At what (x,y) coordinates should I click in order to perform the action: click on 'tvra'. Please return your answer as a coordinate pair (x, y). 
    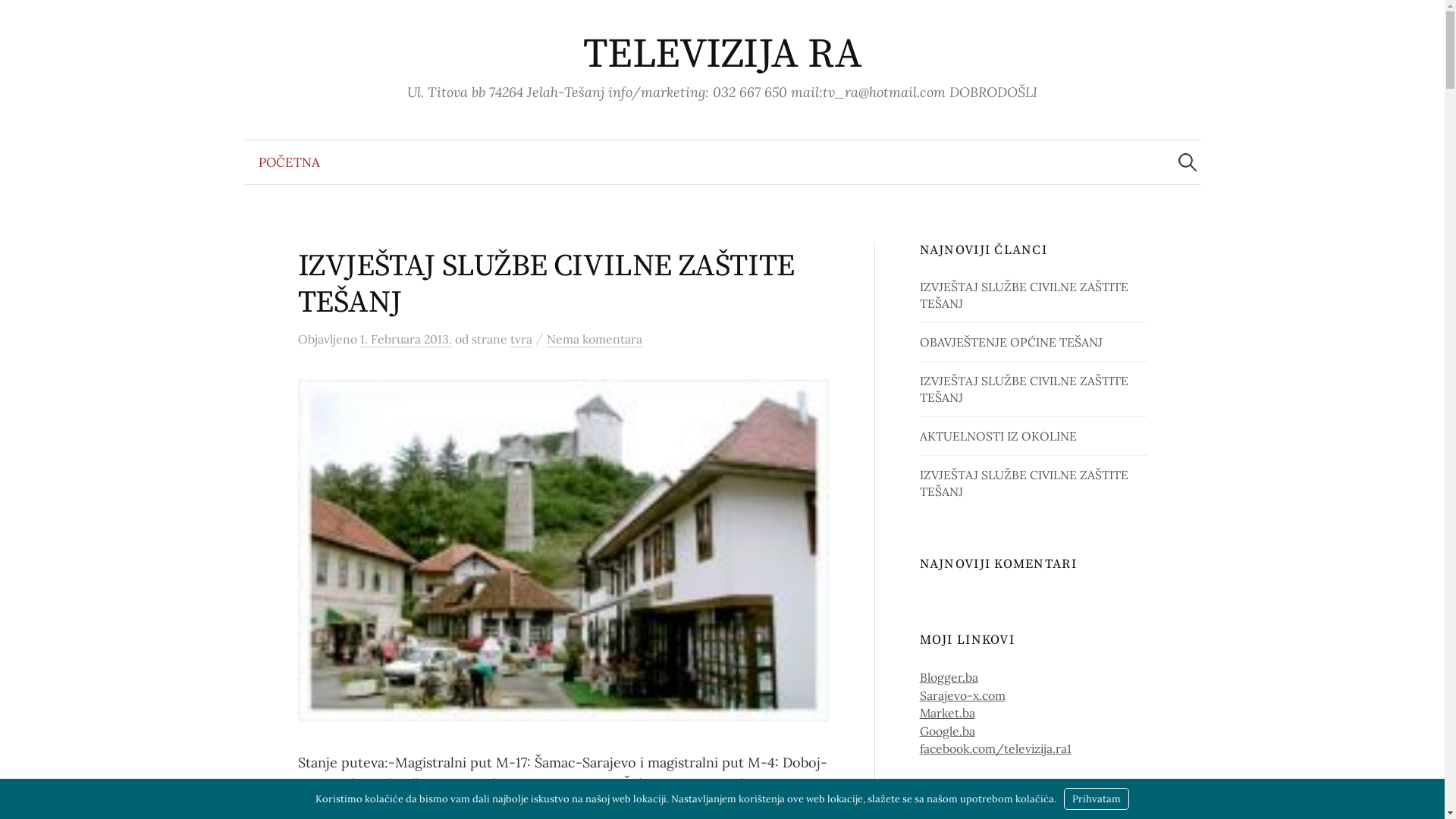
    Looking at the image, I should click on (520, 338).